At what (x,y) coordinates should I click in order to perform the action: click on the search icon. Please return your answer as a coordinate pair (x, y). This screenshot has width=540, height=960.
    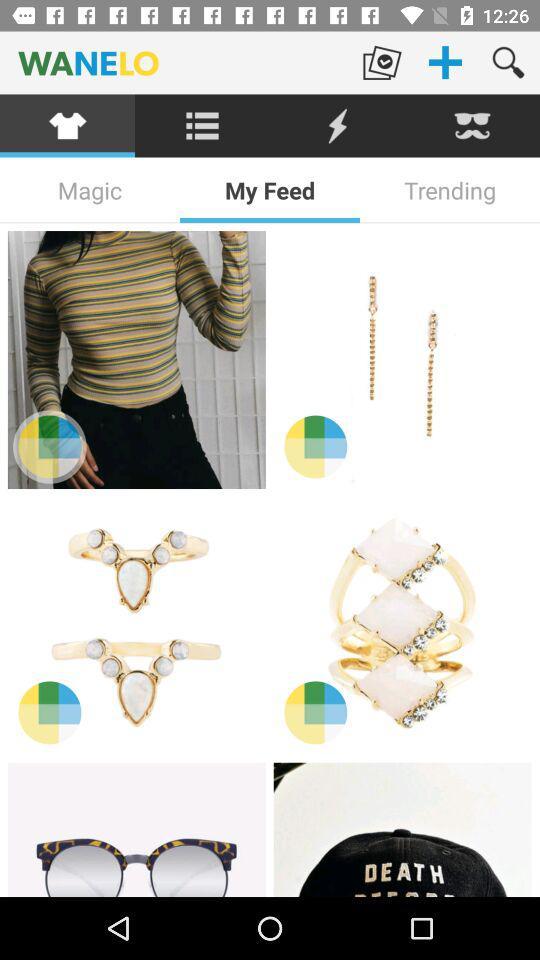
    Looking at the image, I should click on (508, 62).